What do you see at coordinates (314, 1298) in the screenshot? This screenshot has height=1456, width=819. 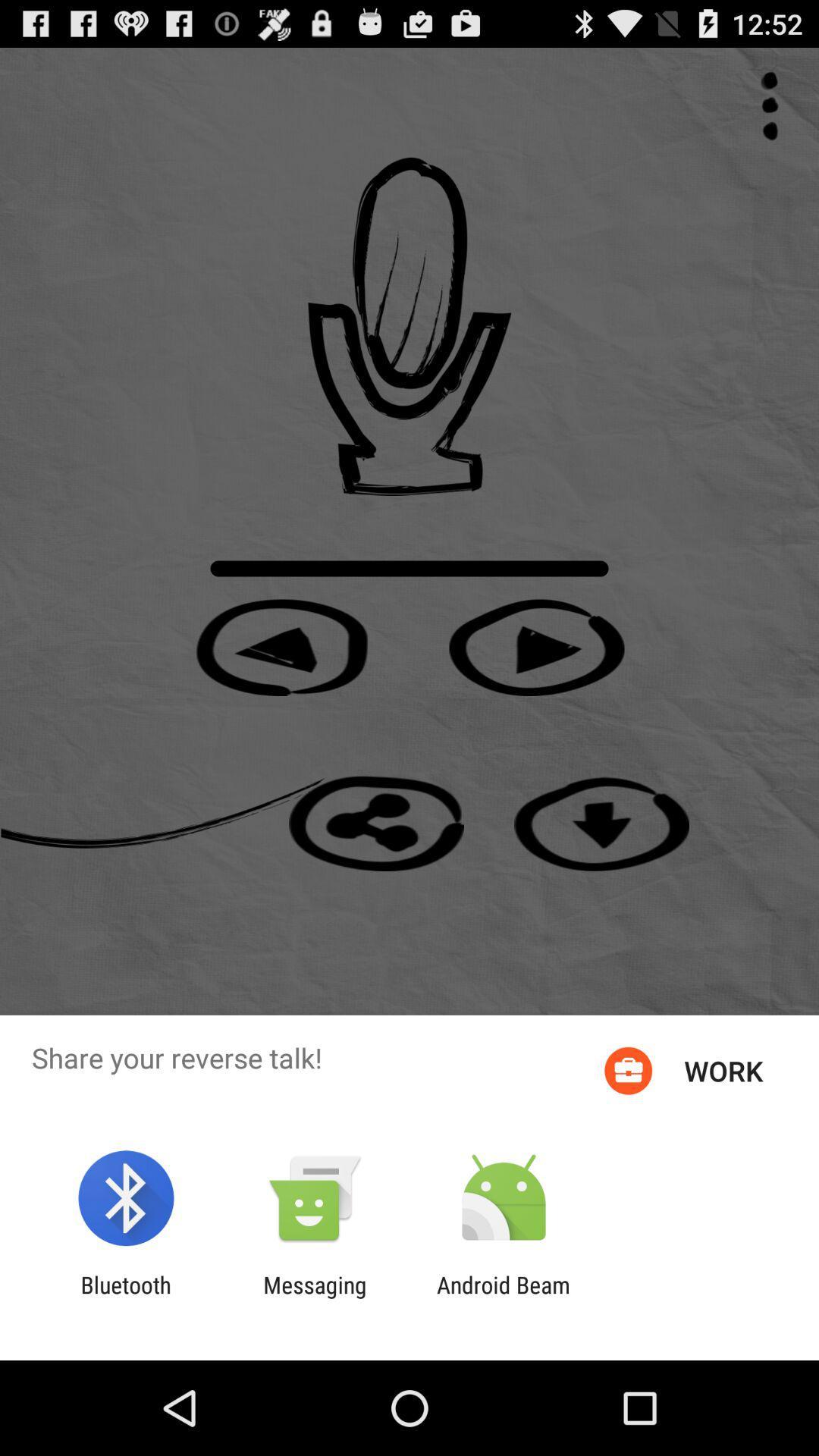 I see `item to the right of bluetooth item` at bounding box center [314, 1298].